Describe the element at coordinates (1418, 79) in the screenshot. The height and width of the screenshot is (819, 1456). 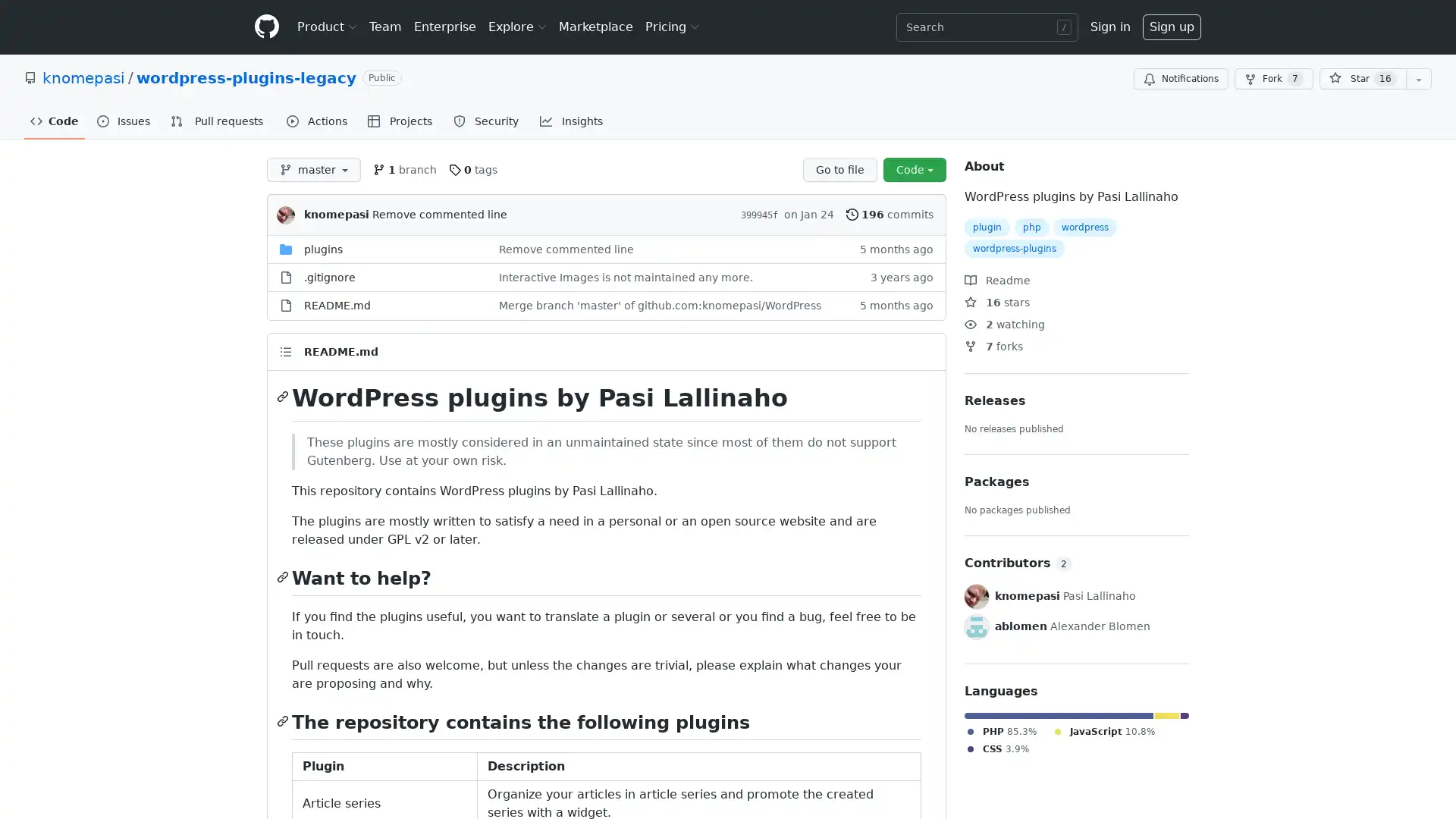
I see `You must be signed in to add this repository to a list` at that location.